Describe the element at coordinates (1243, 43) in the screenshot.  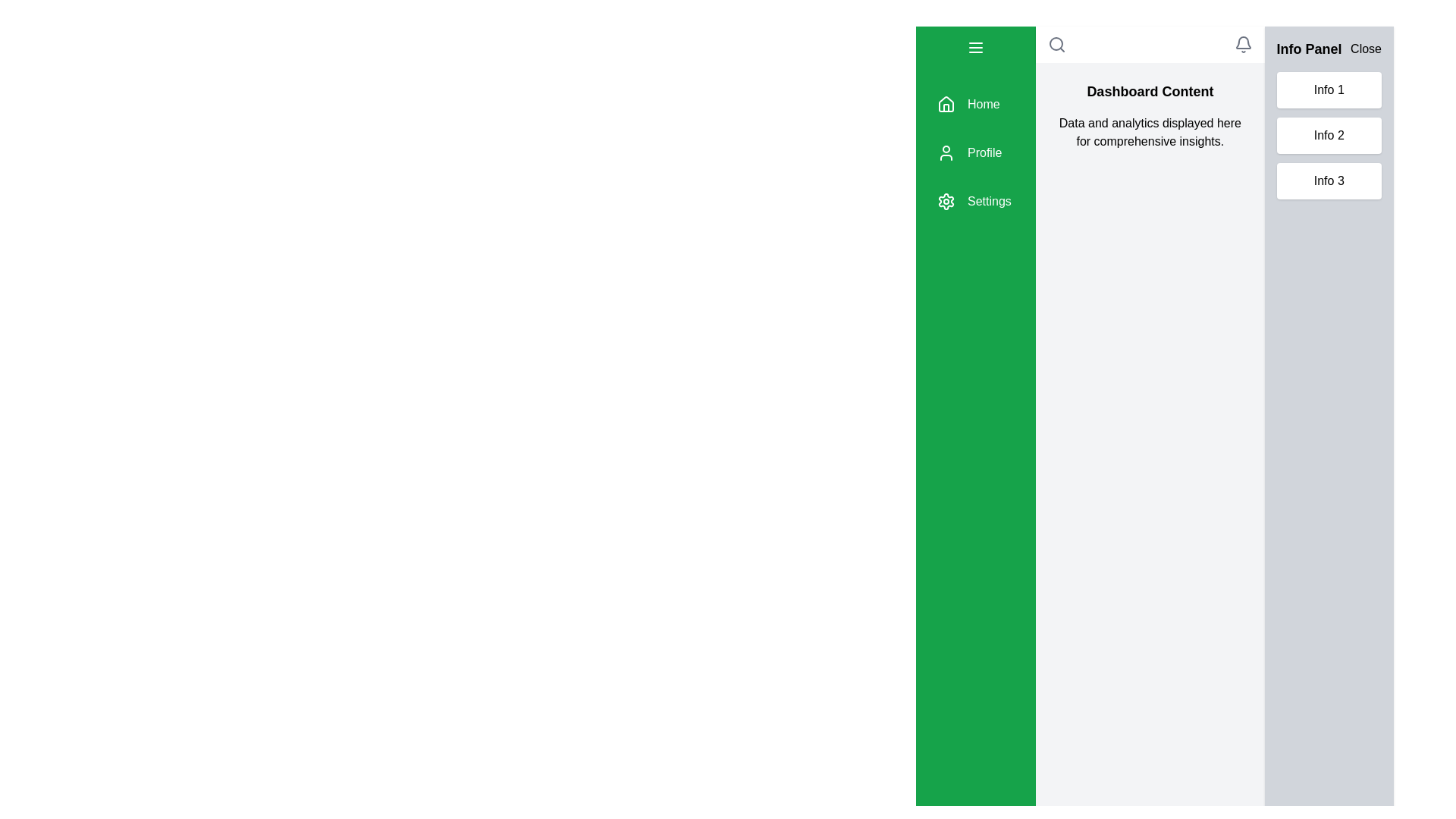
I see `the gray bell-shaped notification icon located at the top-right corner of the header bar` at that location.